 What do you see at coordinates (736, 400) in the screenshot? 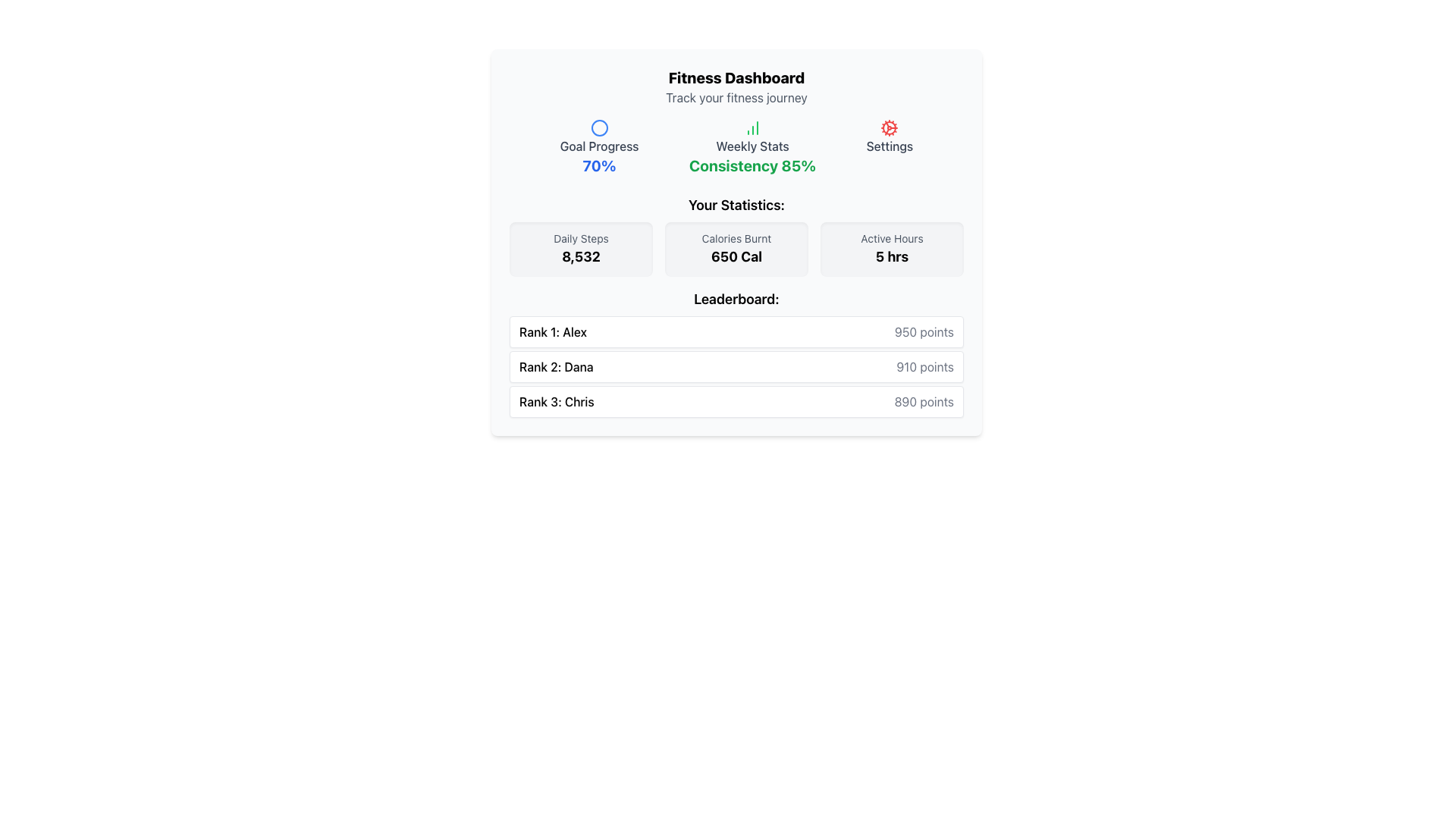
I see `the Textblock displaying 'Rank 3: Chris' with '890 points' in a vertically-aligned list under 'Leaderboard'` at bounding box center [736, 400].